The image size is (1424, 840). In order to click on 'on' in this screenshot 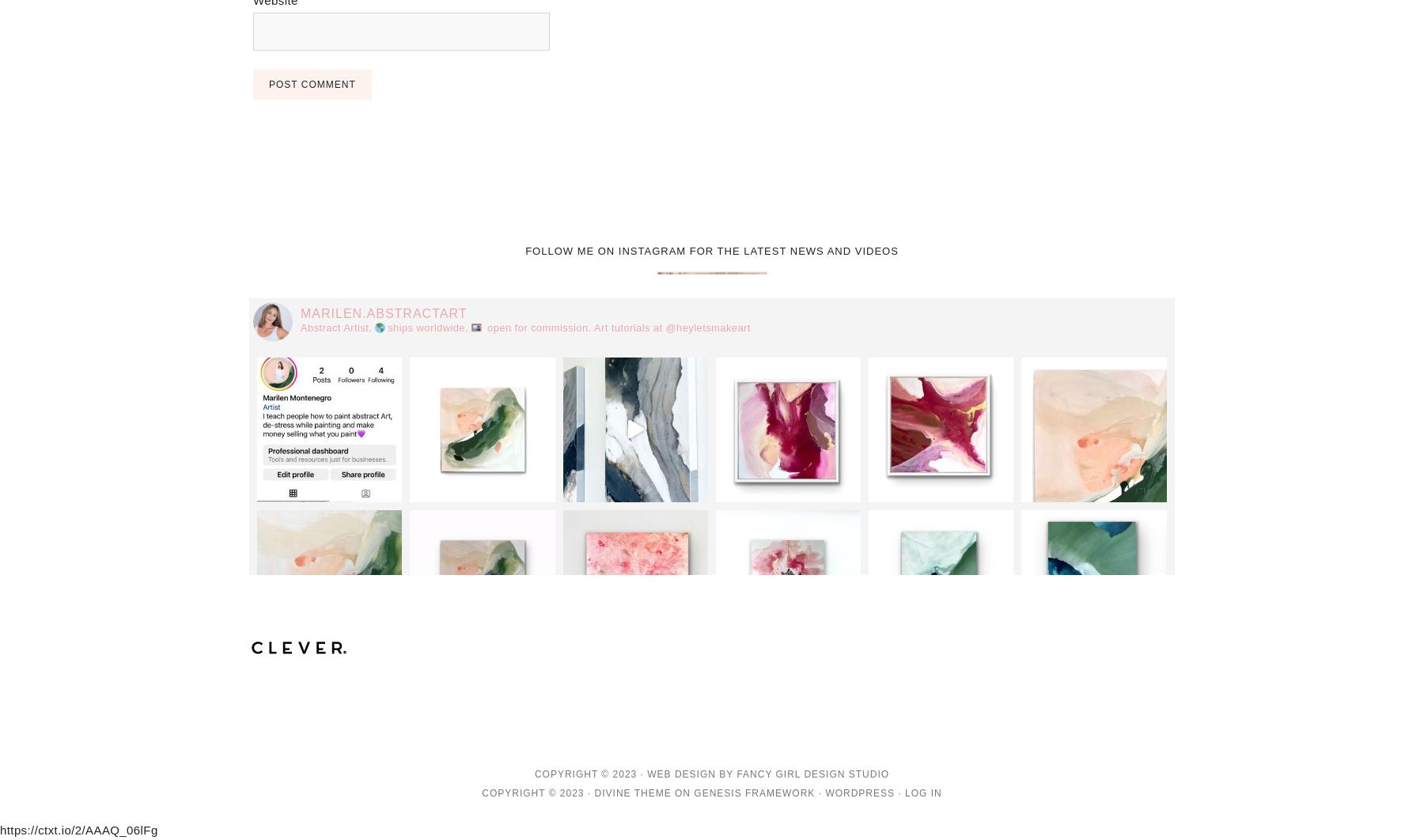, I will do `click(682, 791)`.